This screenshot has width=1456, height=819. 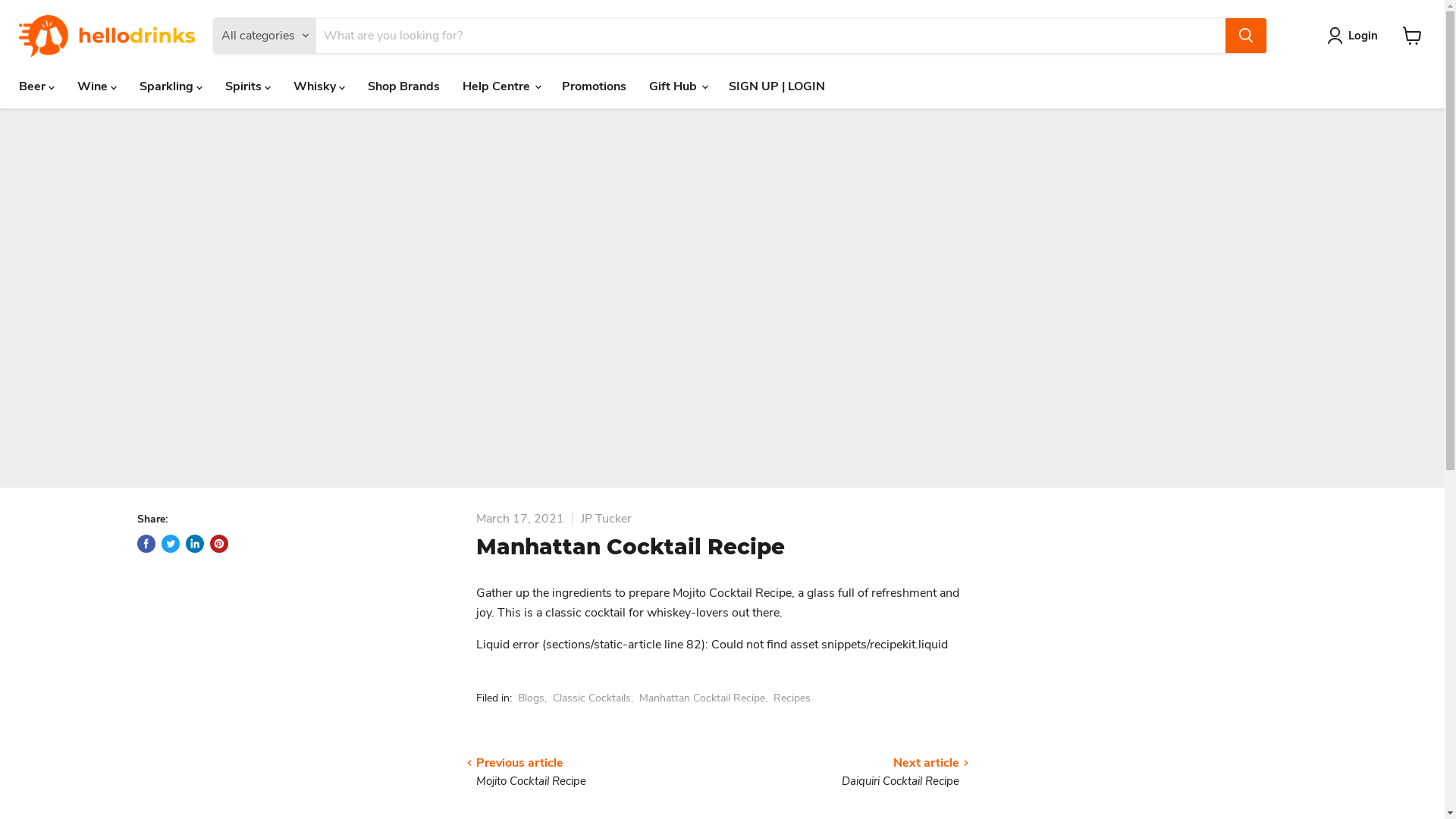 I want to click on 'Classic Cocktails', so click(x=590, y=698).